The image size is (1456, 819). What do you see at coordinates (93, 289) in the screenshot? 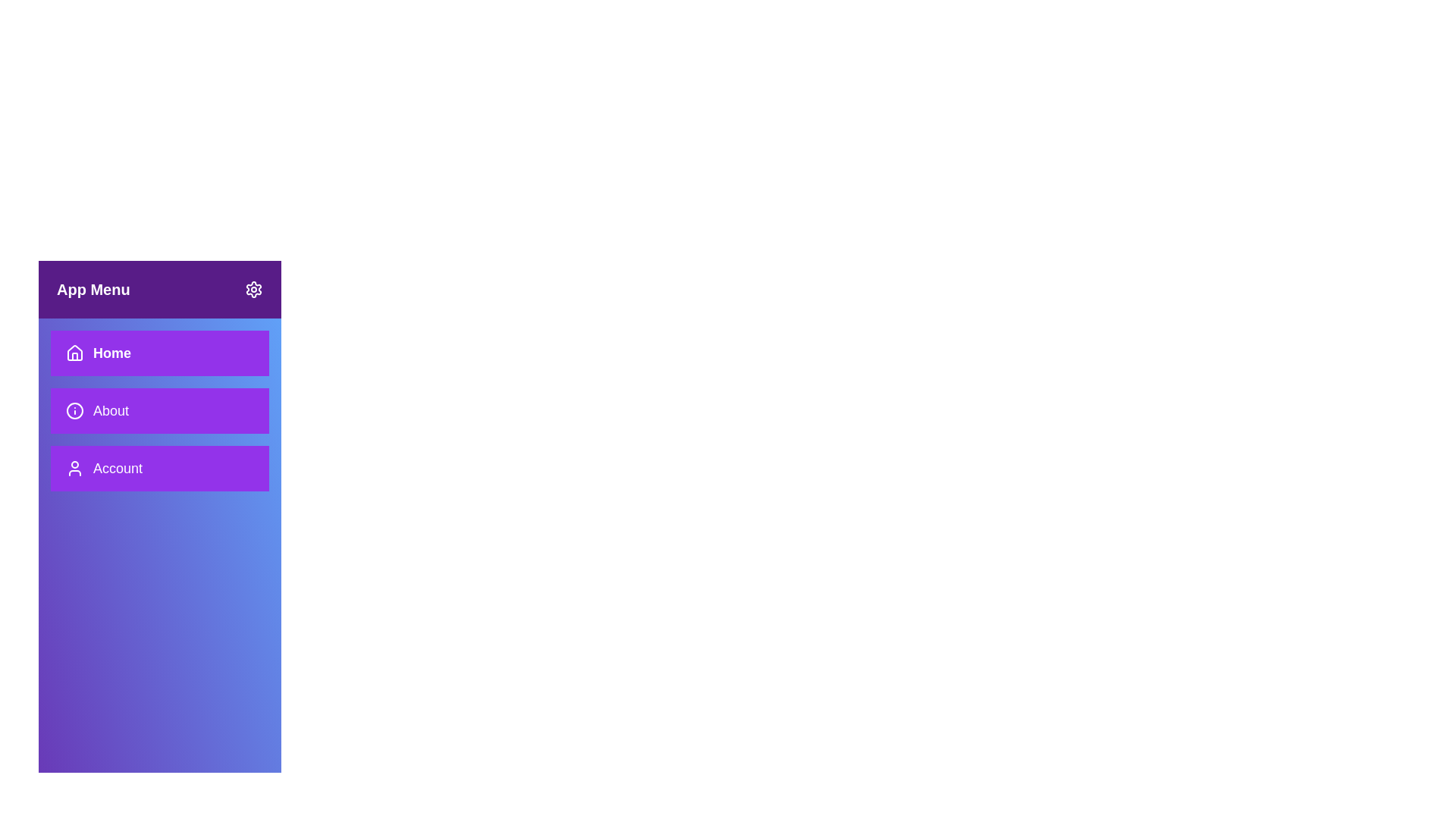
I see `the center of the 'App Menu' text to select it` at bounding box center [93, 289].